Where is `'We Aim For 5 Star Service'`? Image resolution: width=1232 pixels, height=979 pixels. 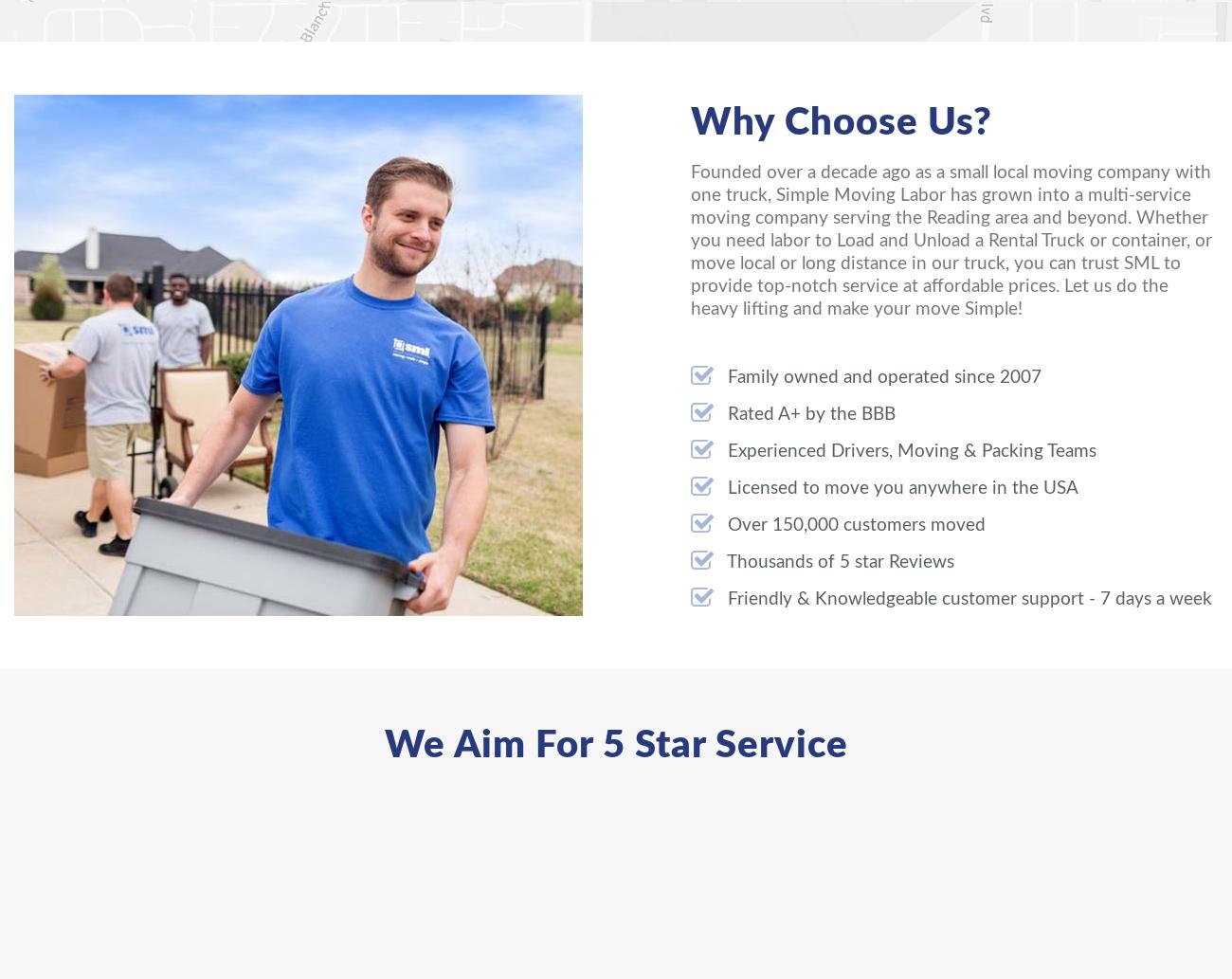
'We Aim For 5 Star Service' is located at coordinates (615, 746).